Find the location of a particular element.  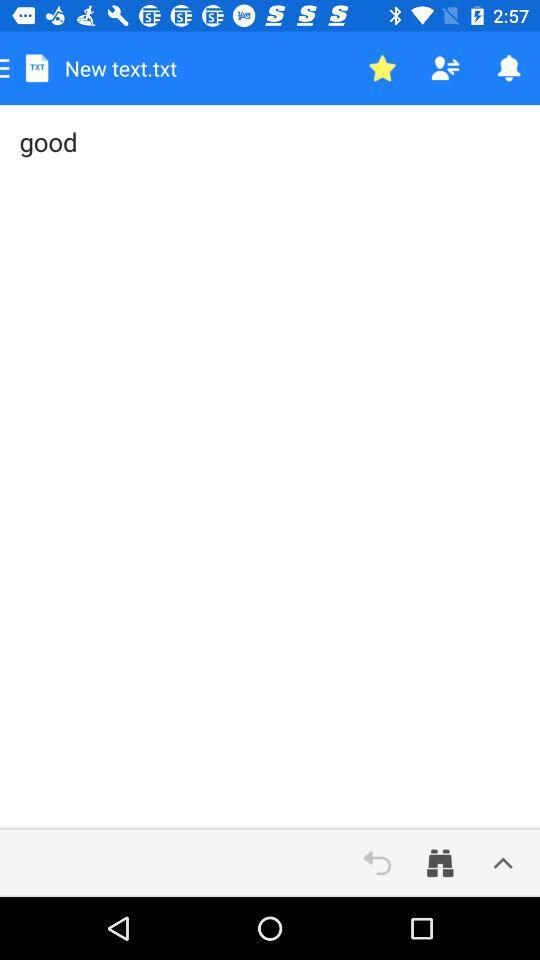

item next to new text.txt is located at coordinates (382, 68).